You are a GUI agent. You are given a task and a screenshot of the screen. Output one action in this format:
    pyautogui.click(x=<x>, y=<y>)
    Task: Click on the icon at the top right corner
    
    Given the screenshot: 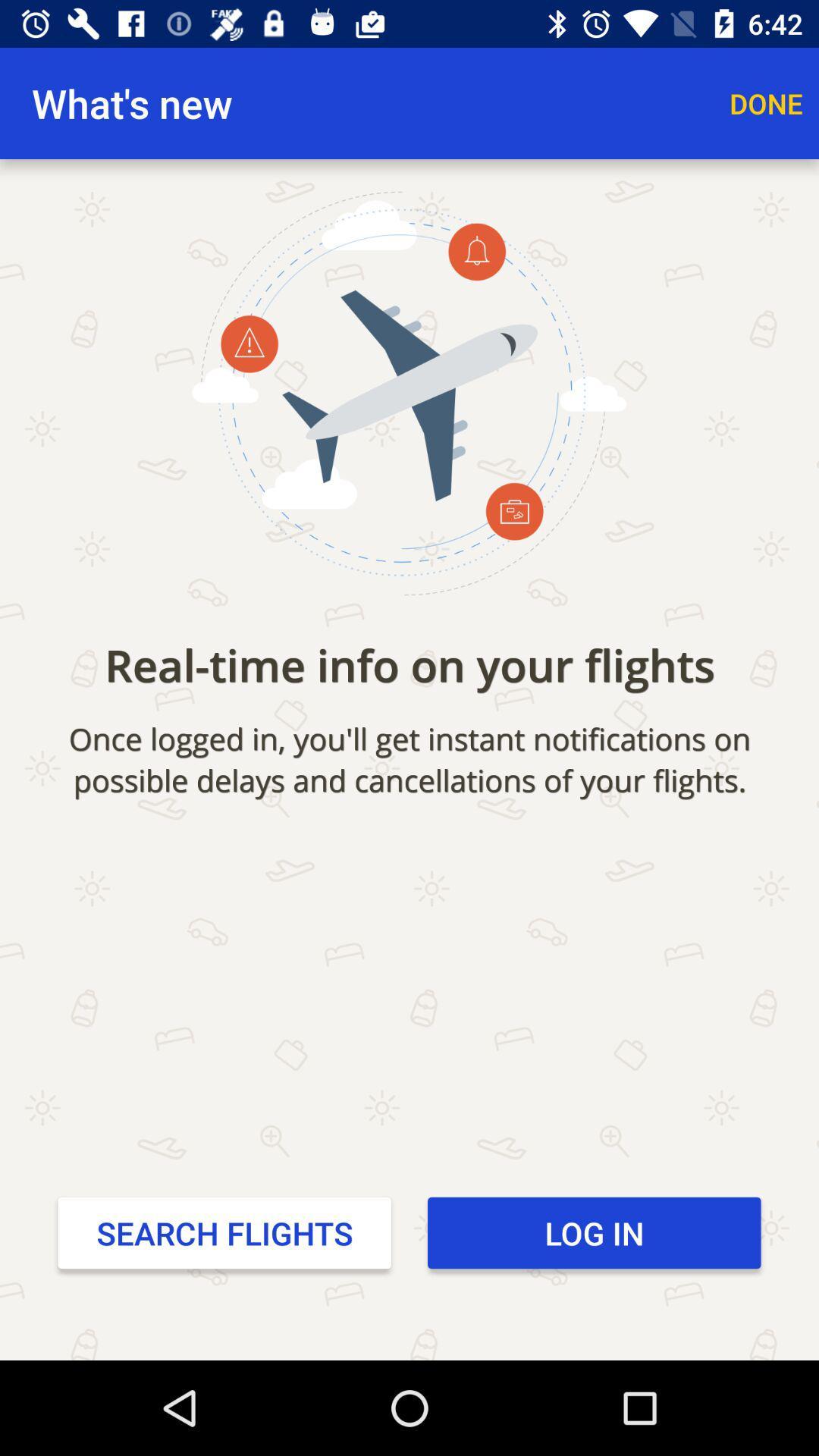 What is the action you would take?
    pyautogui.click(x=766, y=102)
    